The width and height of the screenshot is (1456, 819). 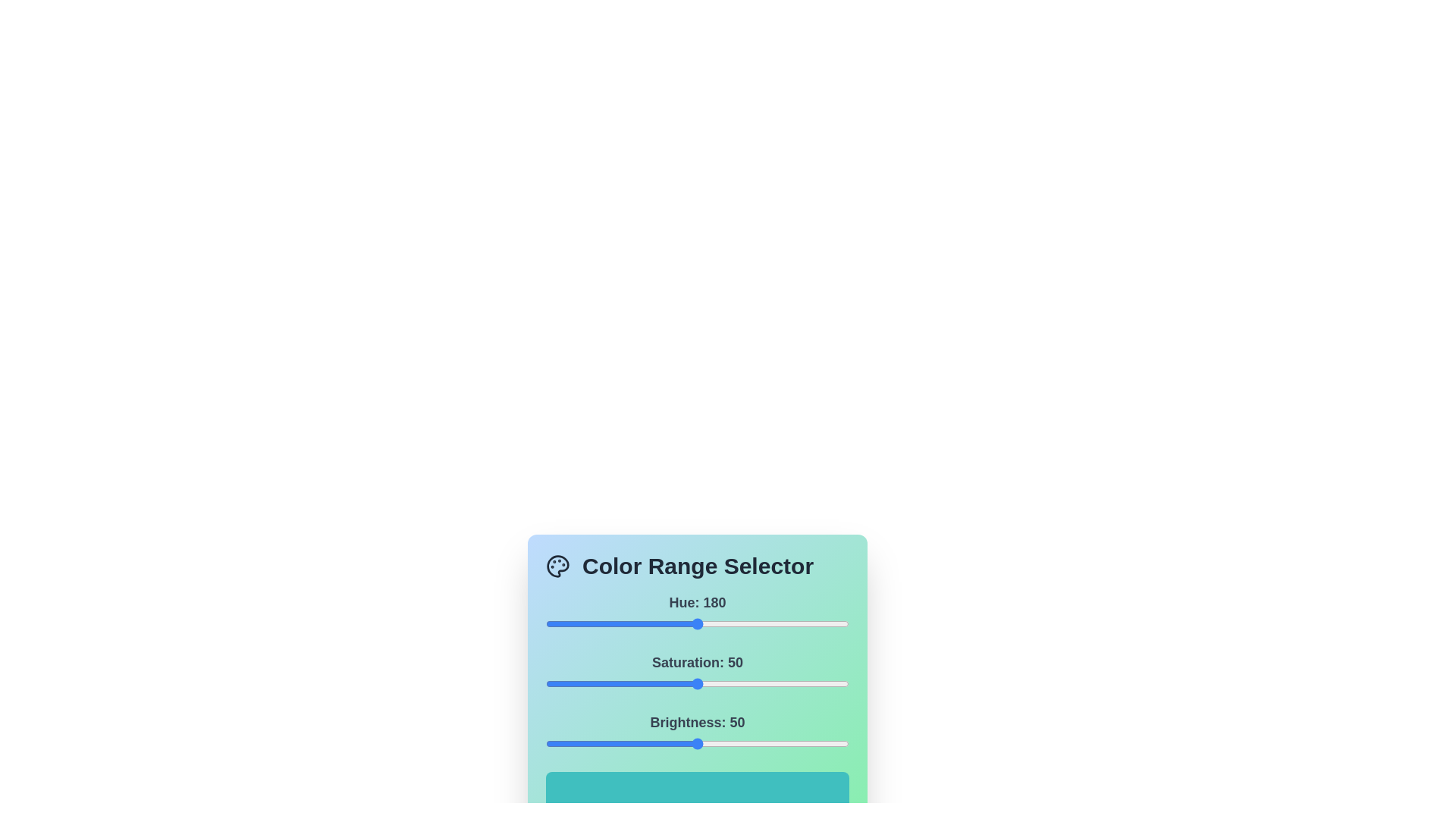 What do you see at coordinates (712, 684) in the screenshot?
I see `the 1 slider to 55` at bounding box center [712, 684].